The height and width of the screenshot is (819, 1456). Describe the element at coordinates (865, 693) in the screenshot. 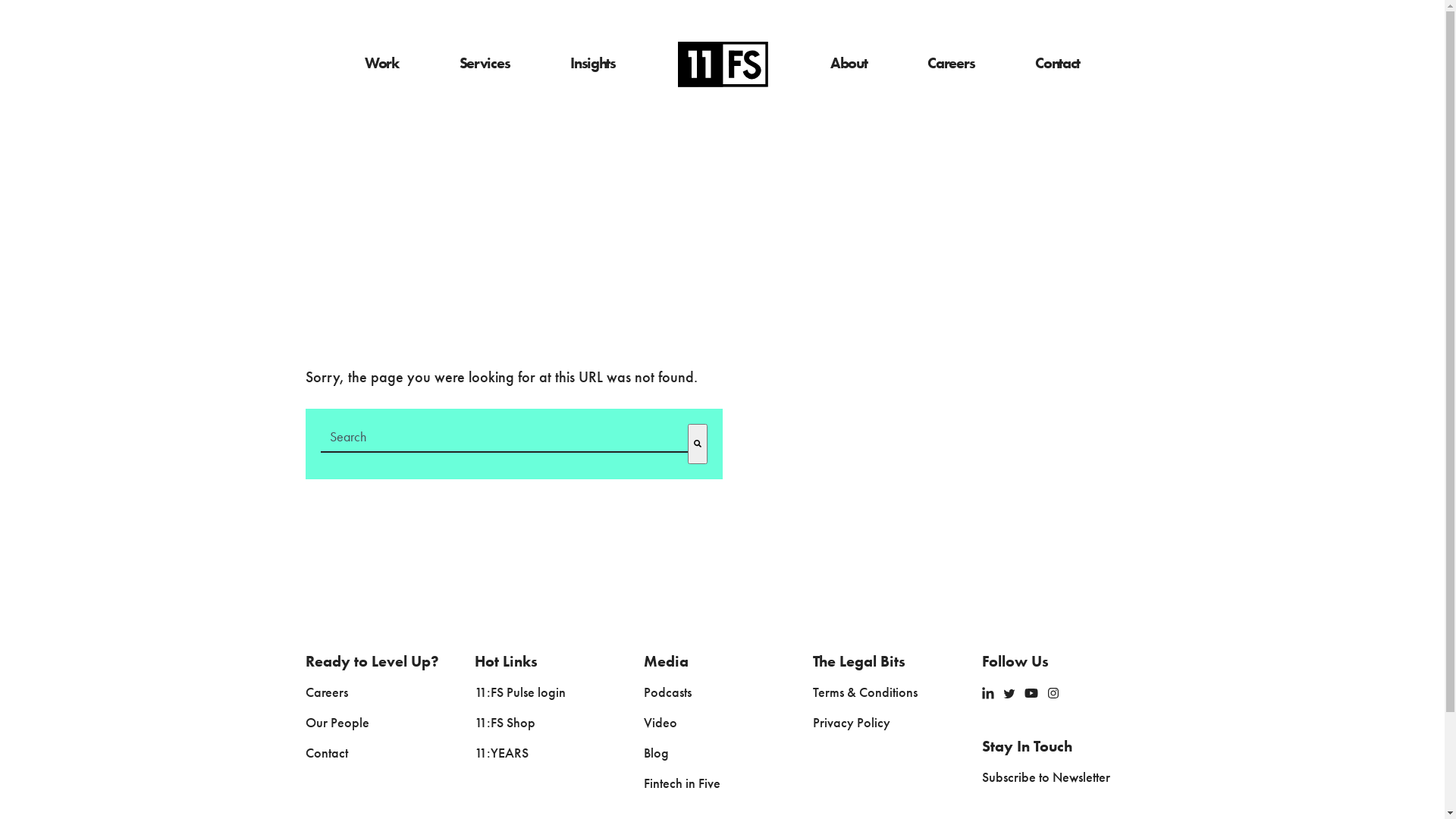

I see `'Terms & Conditions'` at that location.